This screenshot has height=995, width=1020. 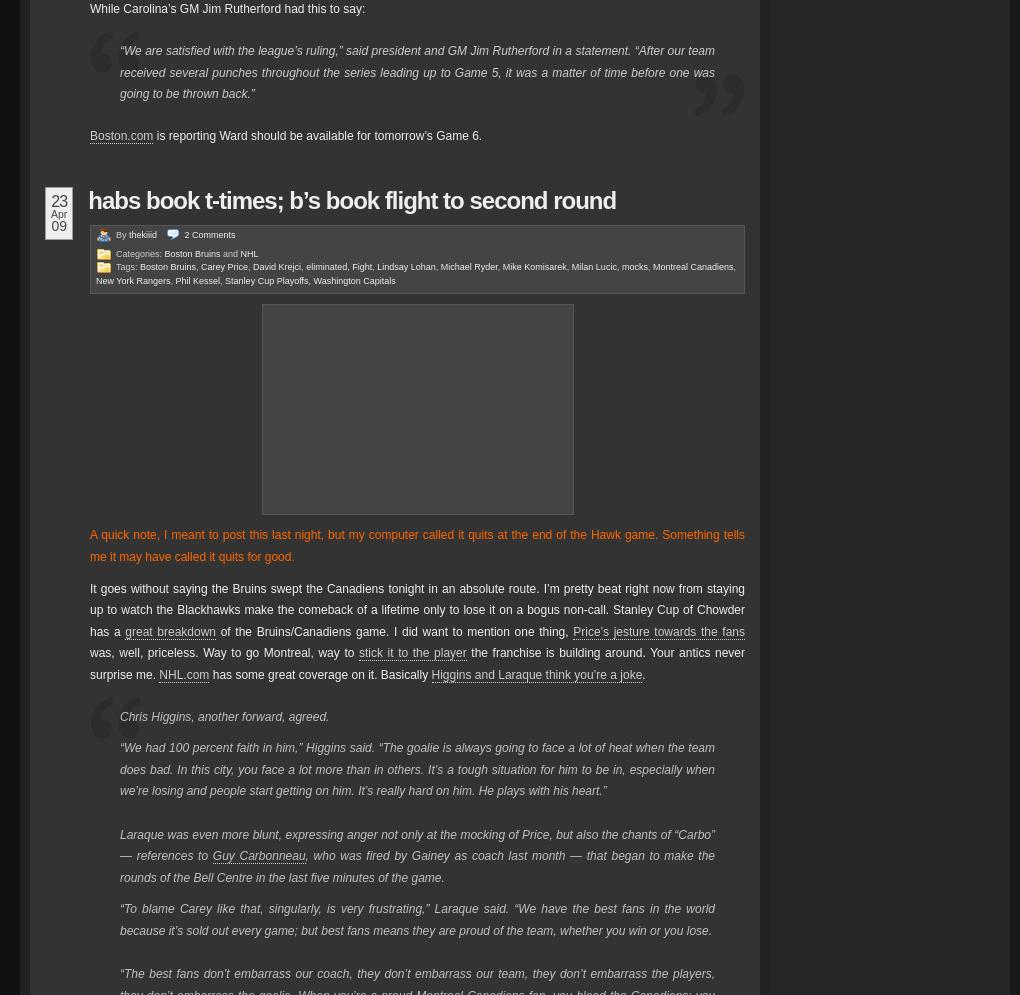 I want to click on '23', so click(x=58, y=200).